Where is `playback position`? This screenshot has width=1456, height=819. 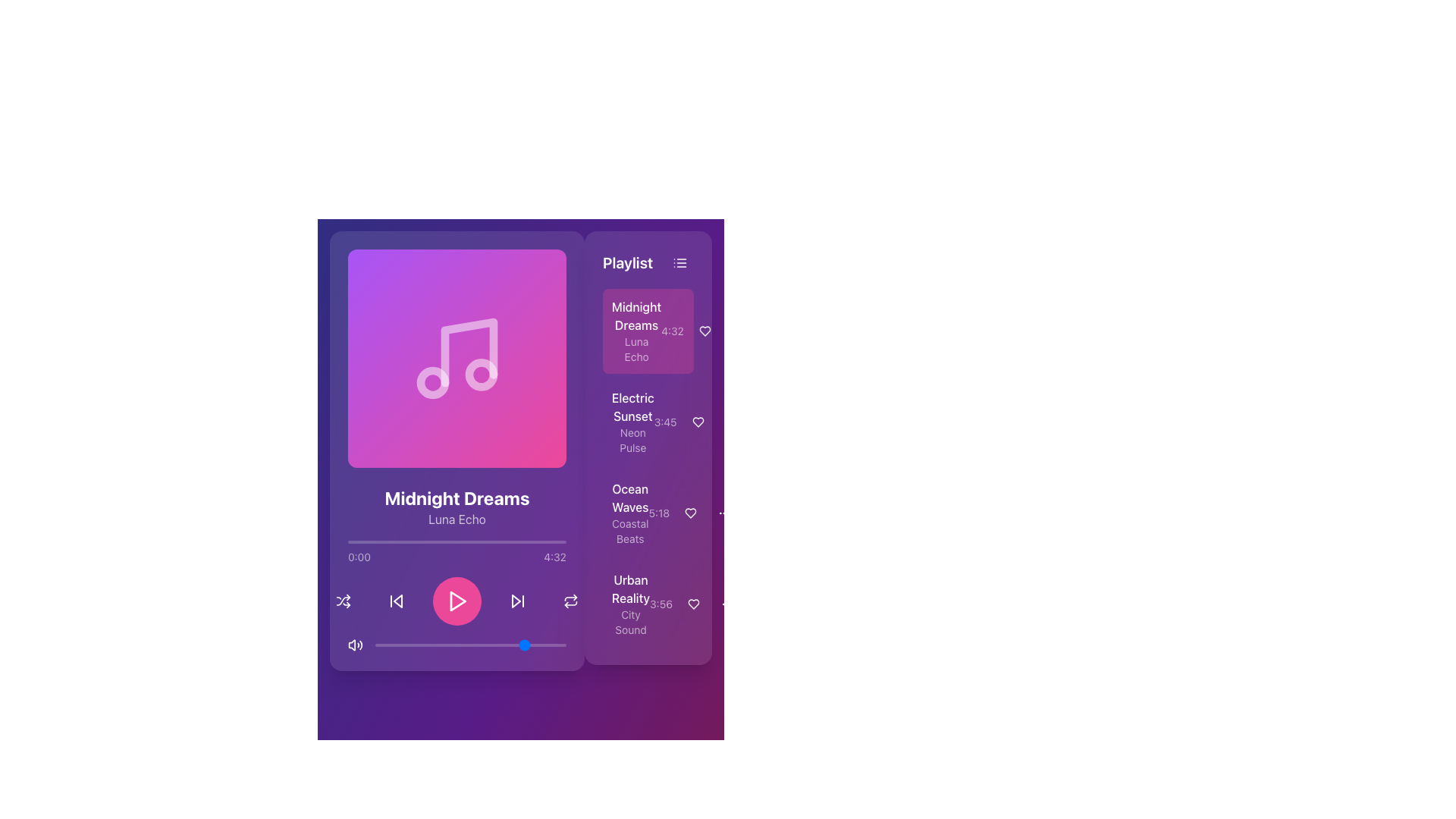
playback position is located at coordinates (467, 541).